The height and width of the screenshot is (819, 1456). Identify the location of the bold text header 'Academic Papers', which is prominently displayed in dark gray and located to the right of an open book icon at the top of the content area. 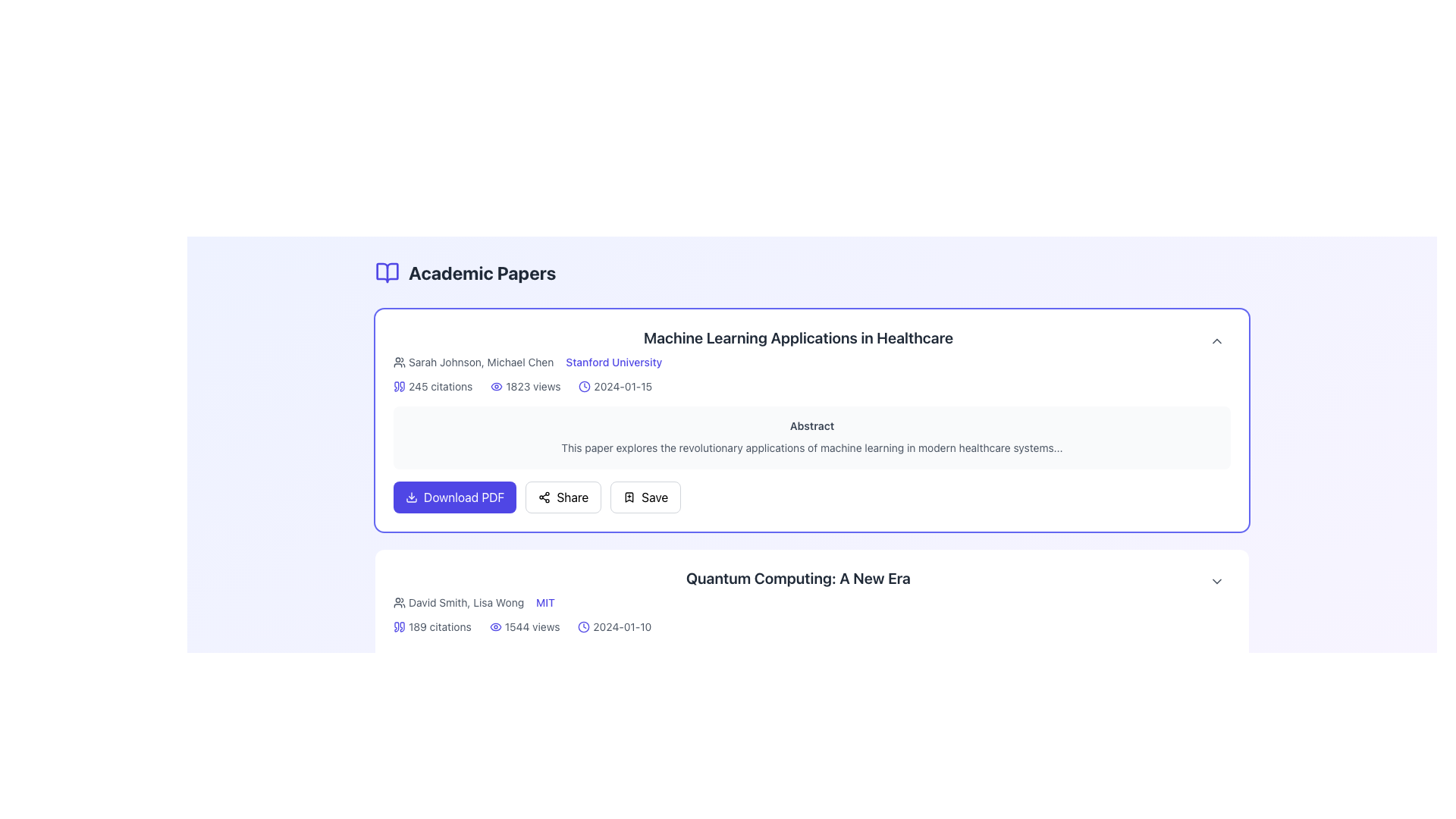
(482, 271).